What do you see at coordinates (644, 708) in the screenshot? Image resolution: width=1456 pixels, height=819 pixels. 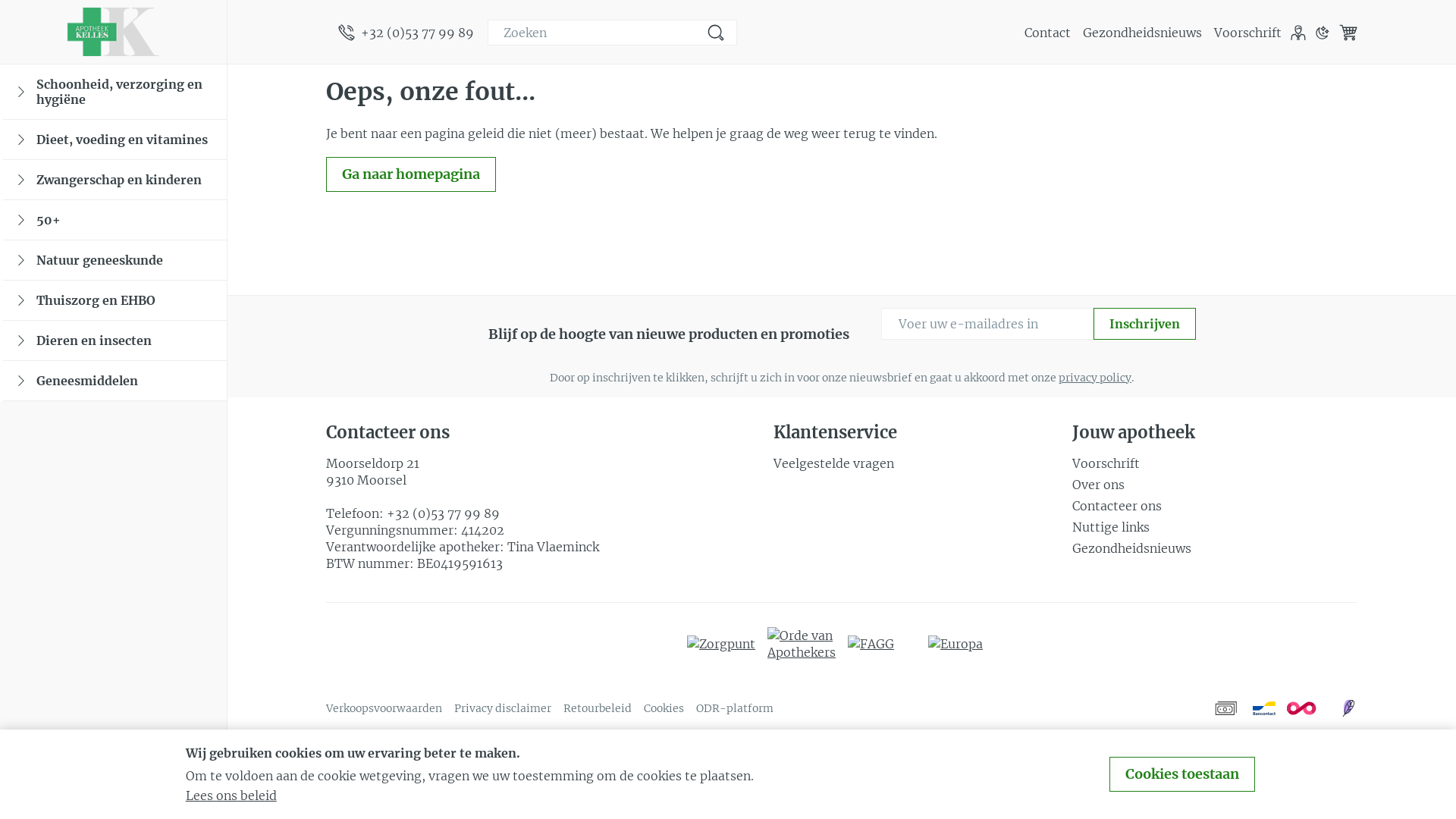 I see `'Cookies'` at bounding box center [644, 708].